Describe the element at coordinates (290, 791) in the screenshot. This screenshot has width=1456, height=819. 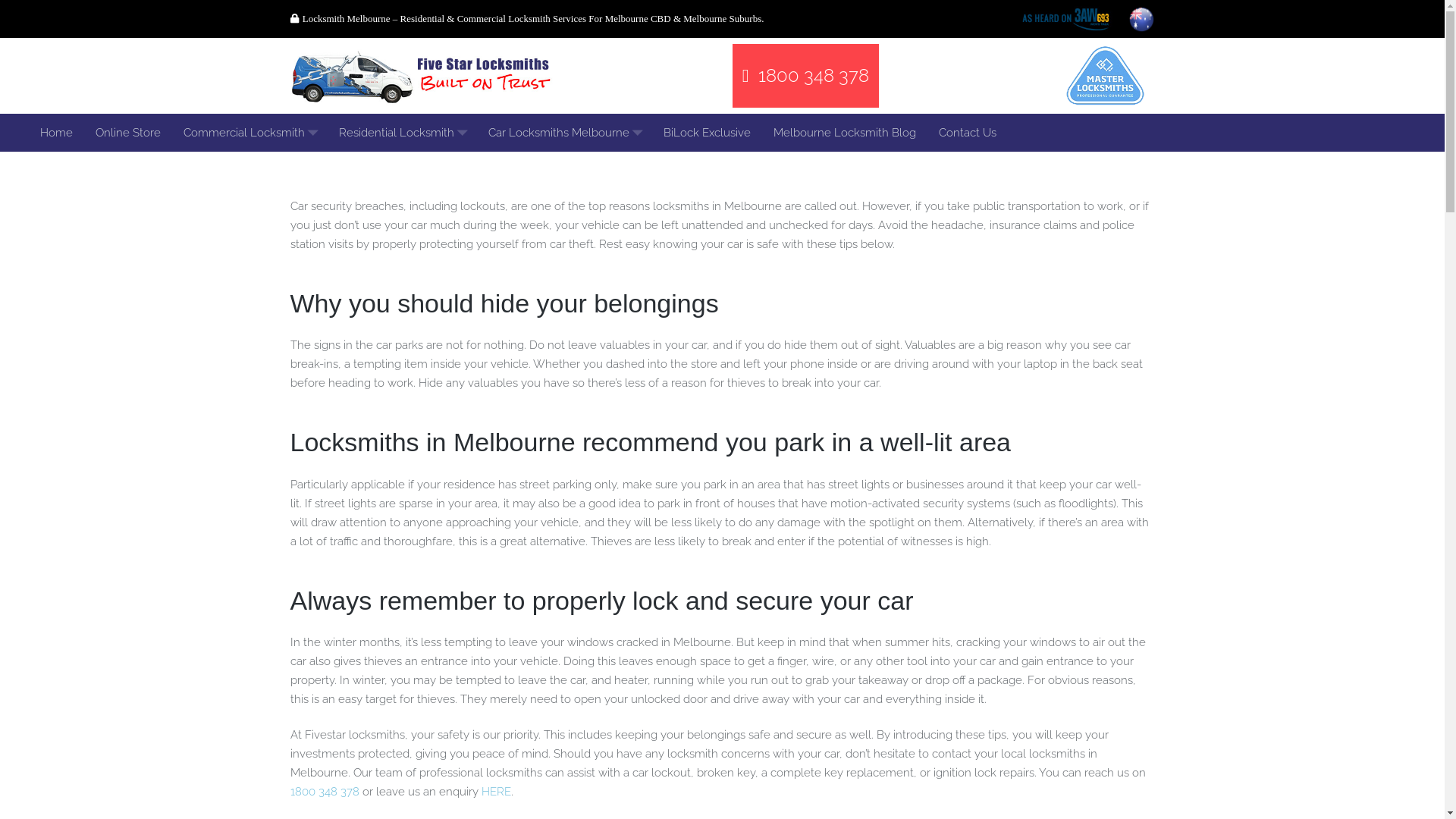
I see `'1800 348 378'` at that location.